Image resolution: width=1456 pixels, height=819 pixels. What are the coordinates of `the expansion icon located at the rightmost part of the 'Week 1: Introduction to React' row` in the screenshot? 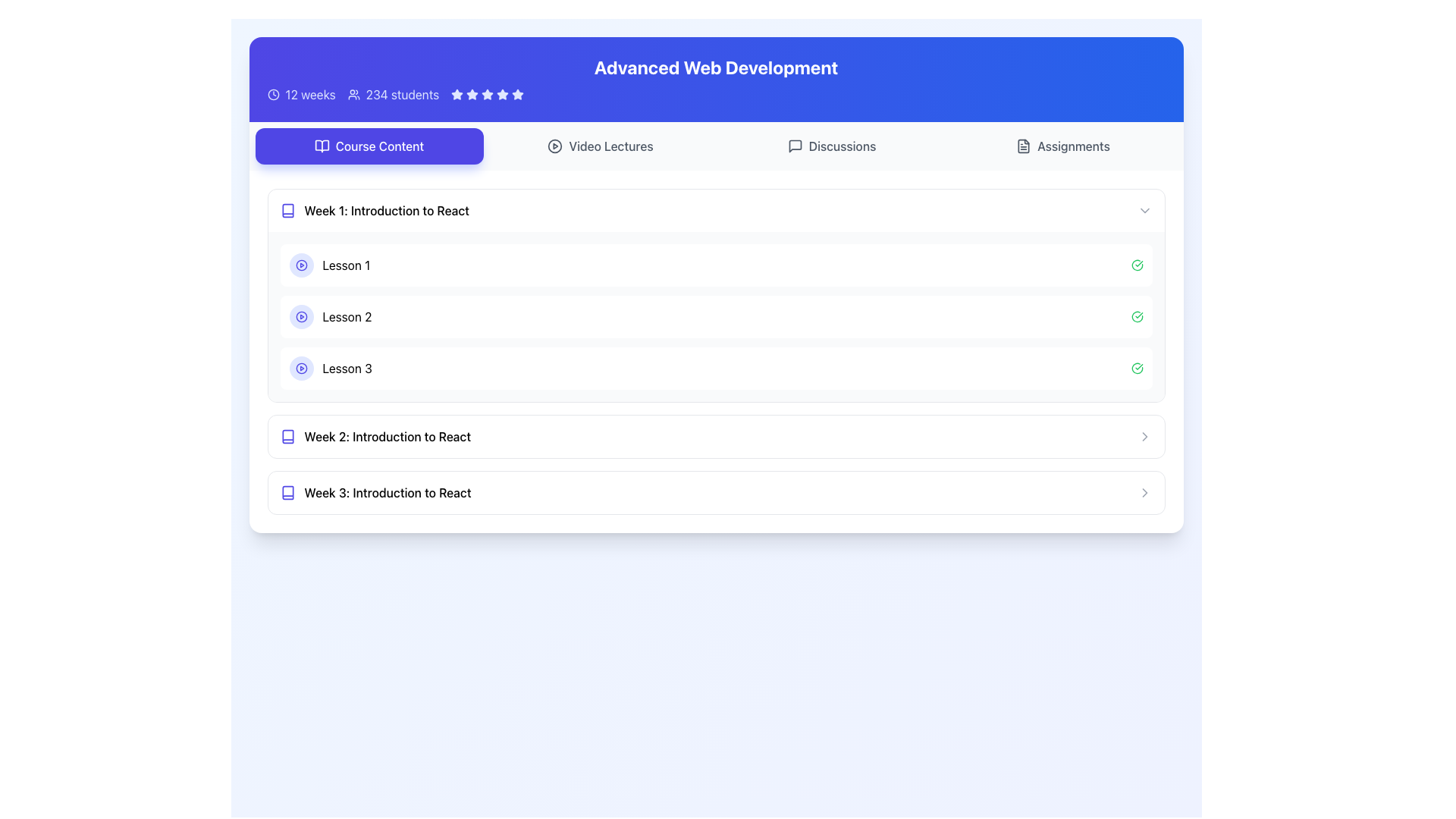 It's located at (1144, 210).